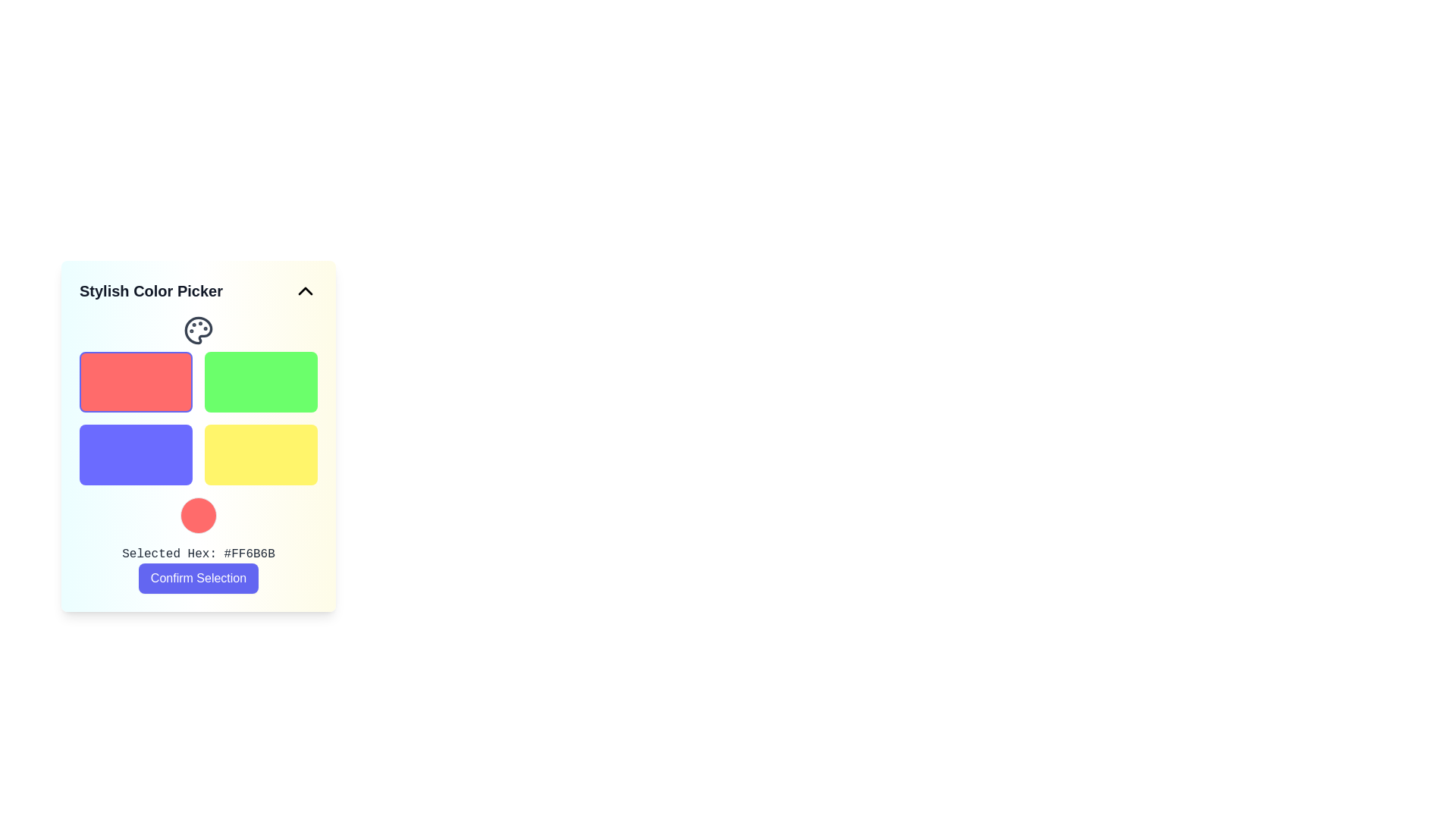 Image resolution: width=1456 pixels, height=819 pixels. What do you see at coordinates (198, 329) in the screenshot?
I see `the painter's palette icon, which is styled with an outline and multiple circular holes, located near the top of the interface and above a color grid` at bounding box center [198, 329].